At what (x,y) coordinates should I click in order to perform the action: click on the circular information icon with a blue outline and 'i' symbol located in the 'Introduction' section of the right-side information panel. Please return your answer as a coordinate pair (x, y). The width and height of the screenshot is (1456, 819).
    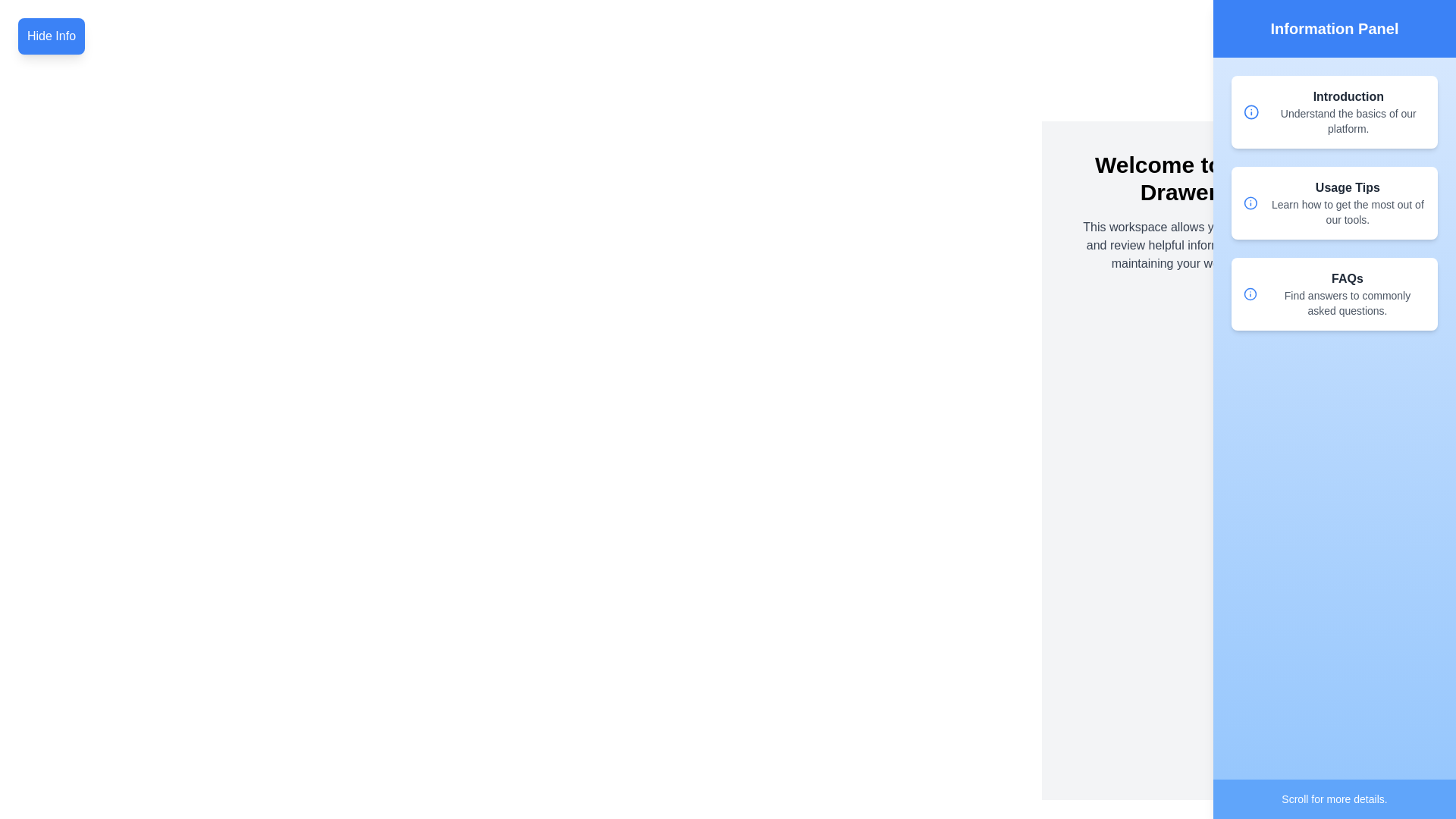
    Looking at the image, I should click on (1251, 111).